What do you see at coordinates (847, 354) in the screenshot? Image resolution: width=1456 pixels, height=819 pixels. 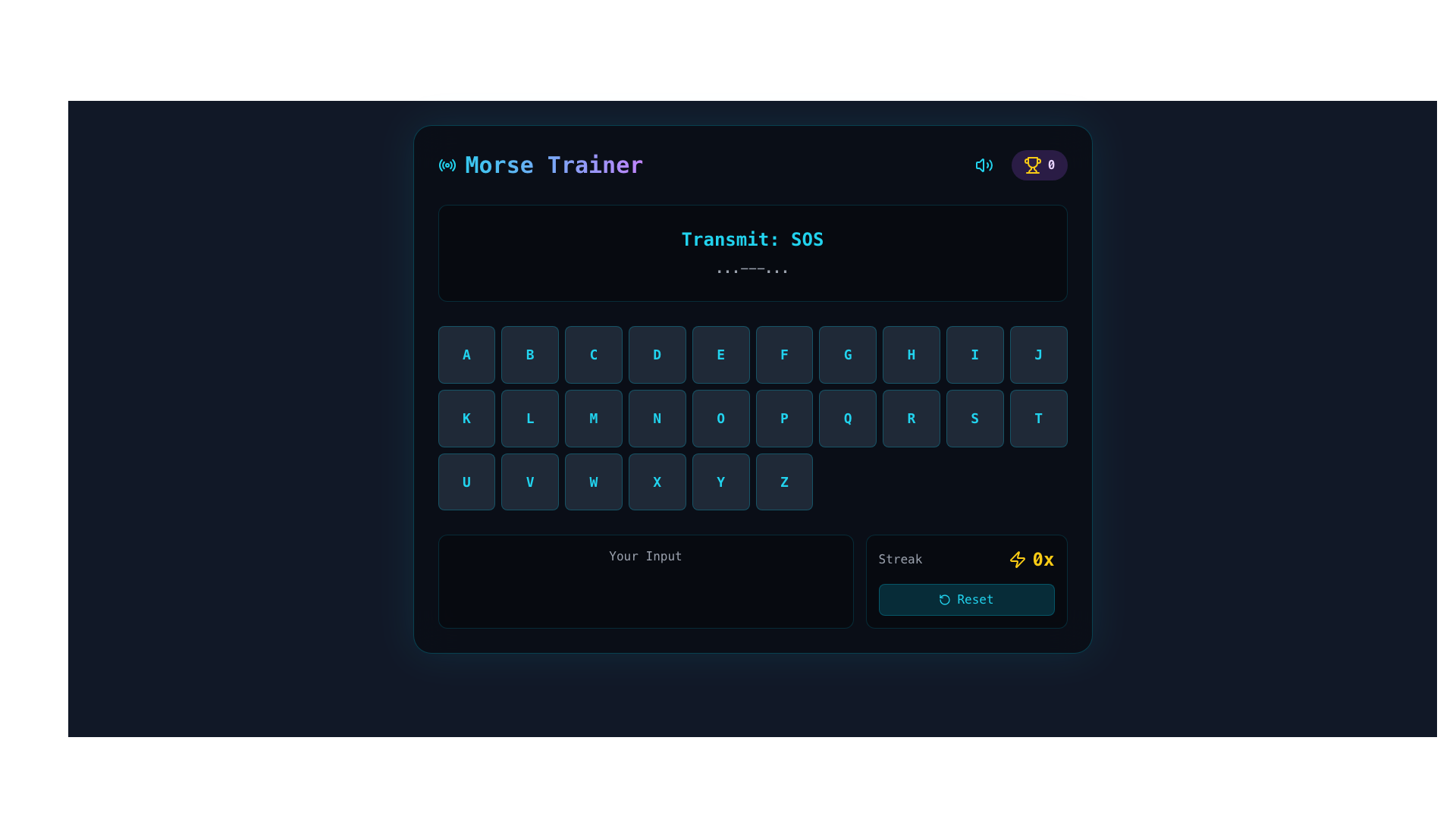 I see `the button labeled 'G' located in the second row, seventh column of the grid in the 'Morse Trainer' interface` at bounding box center [847, 354].